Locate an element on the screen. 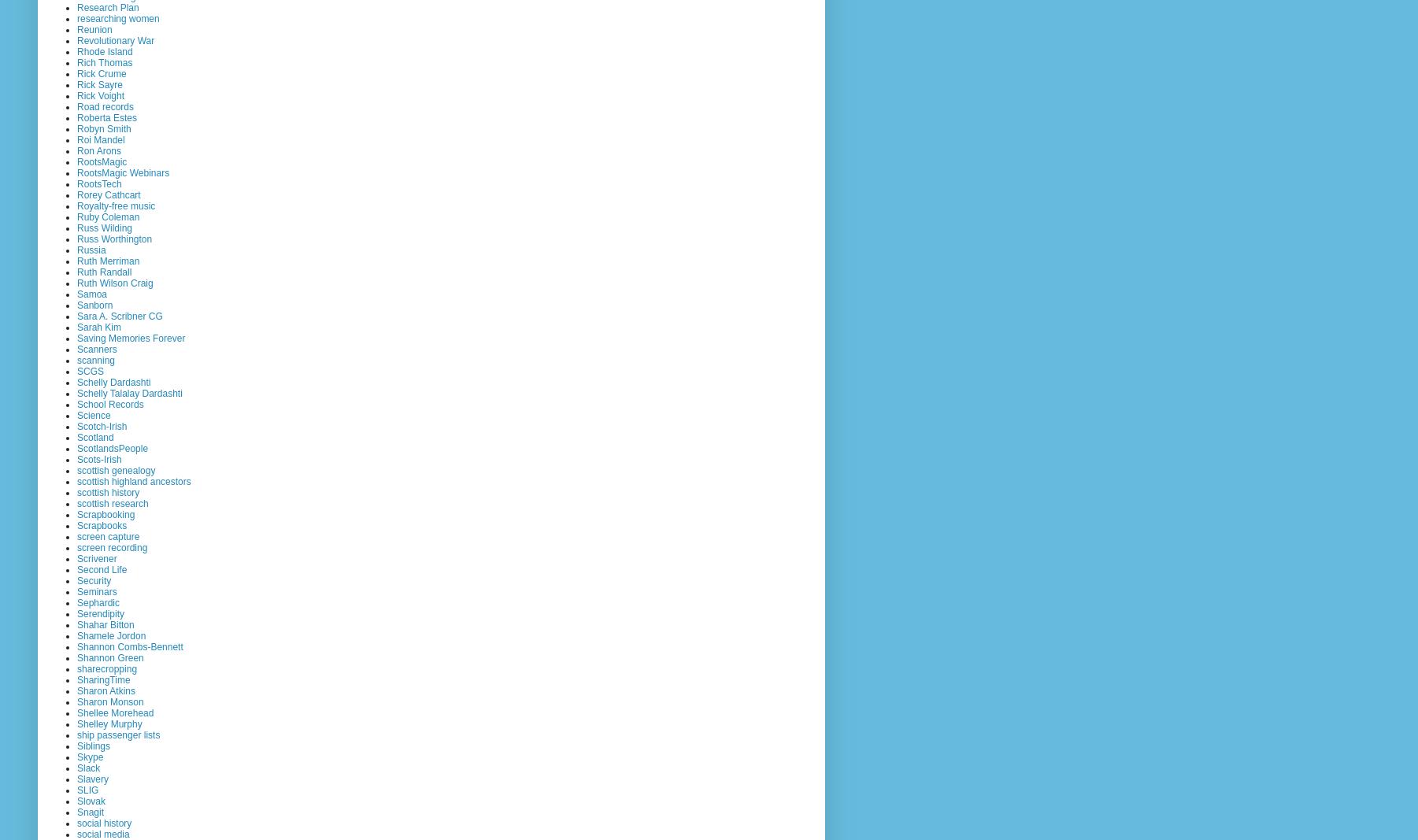 The image size is (1418, 840). 'Scrapbooking' is located at coordinates (106, 514).